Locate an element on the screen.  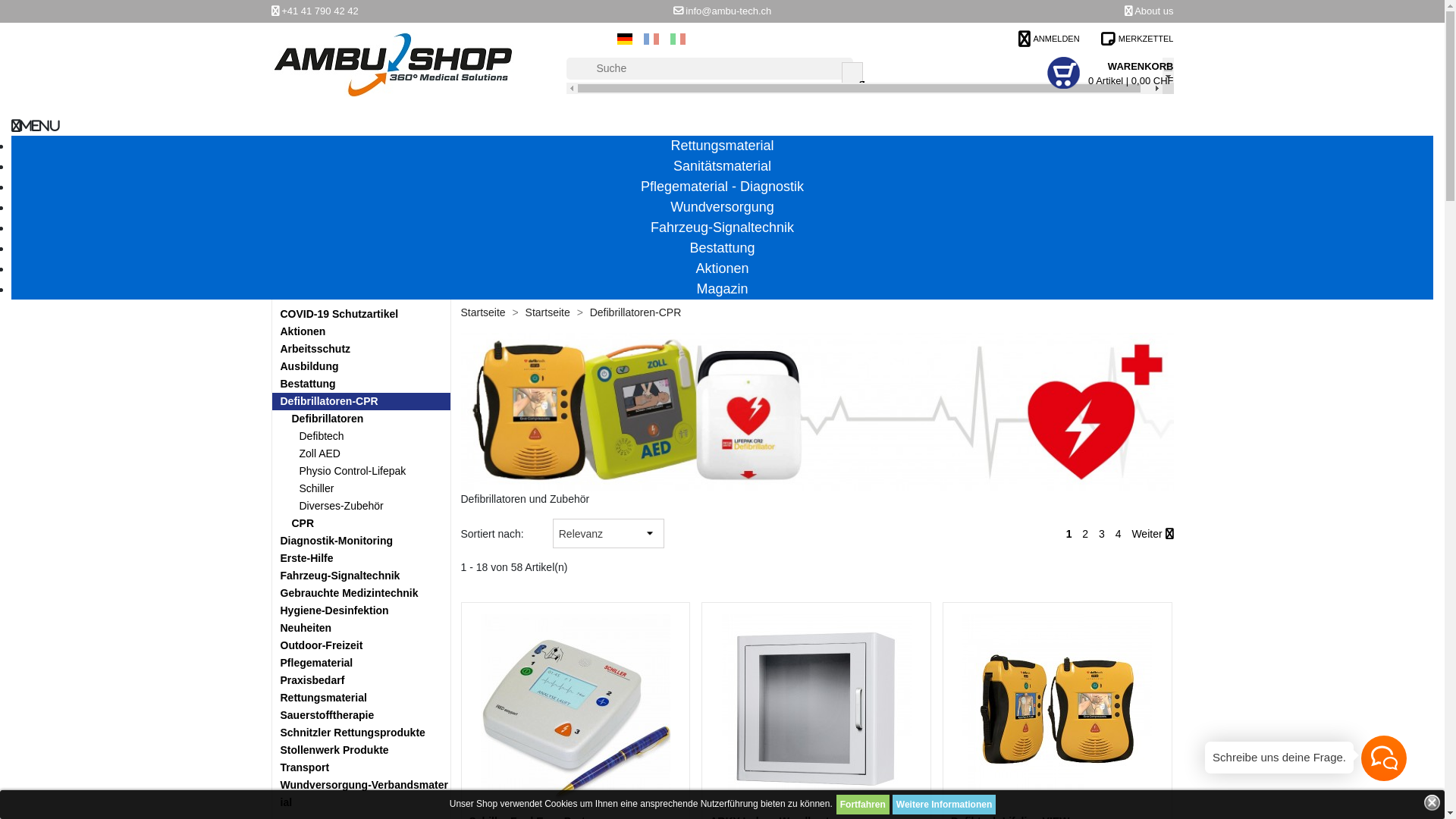
'Physio Control-Lifepak' is located at coordinates (359, 470).